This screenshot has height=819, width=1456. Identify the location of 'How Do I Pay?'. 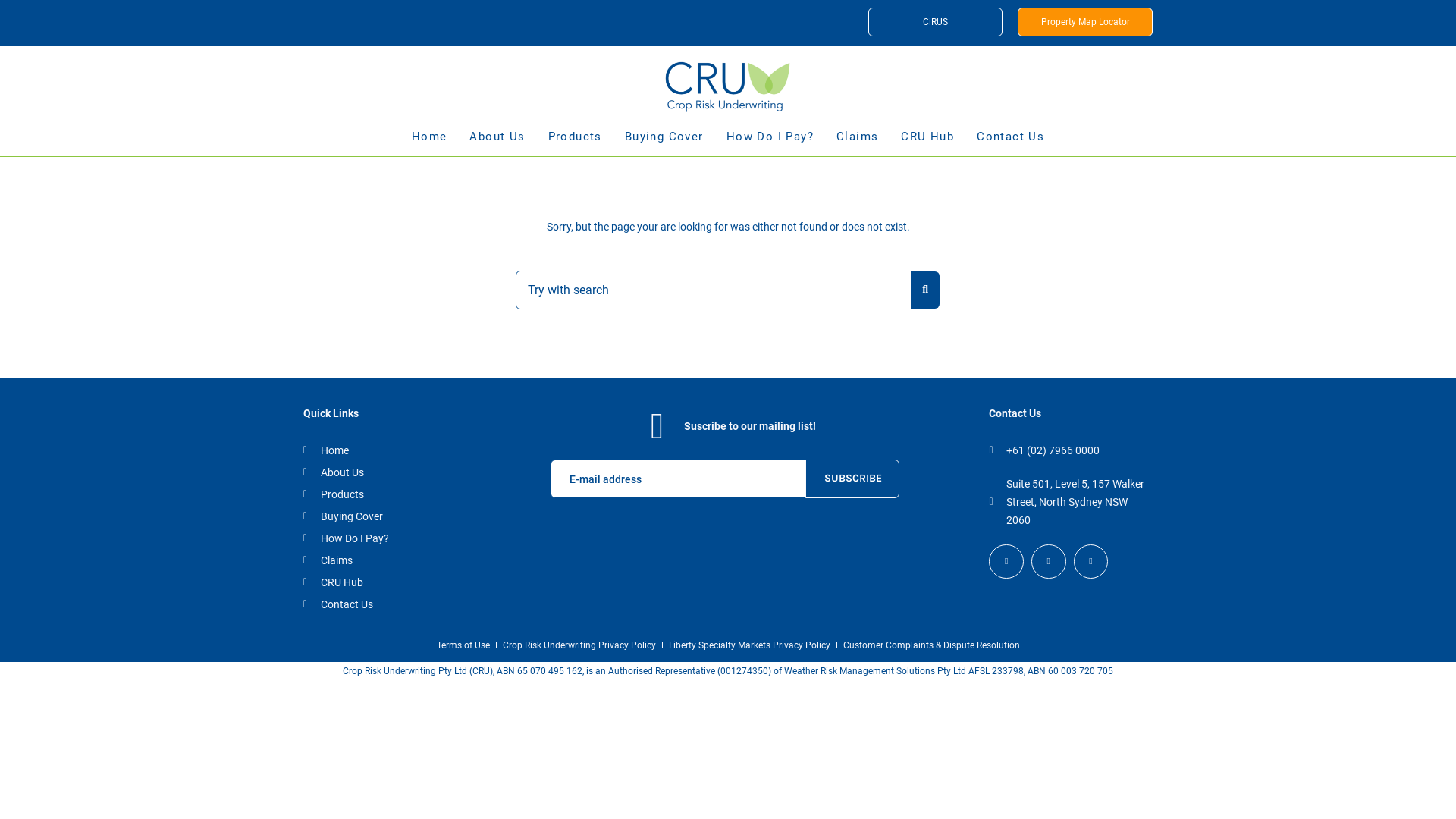
(770, 143).